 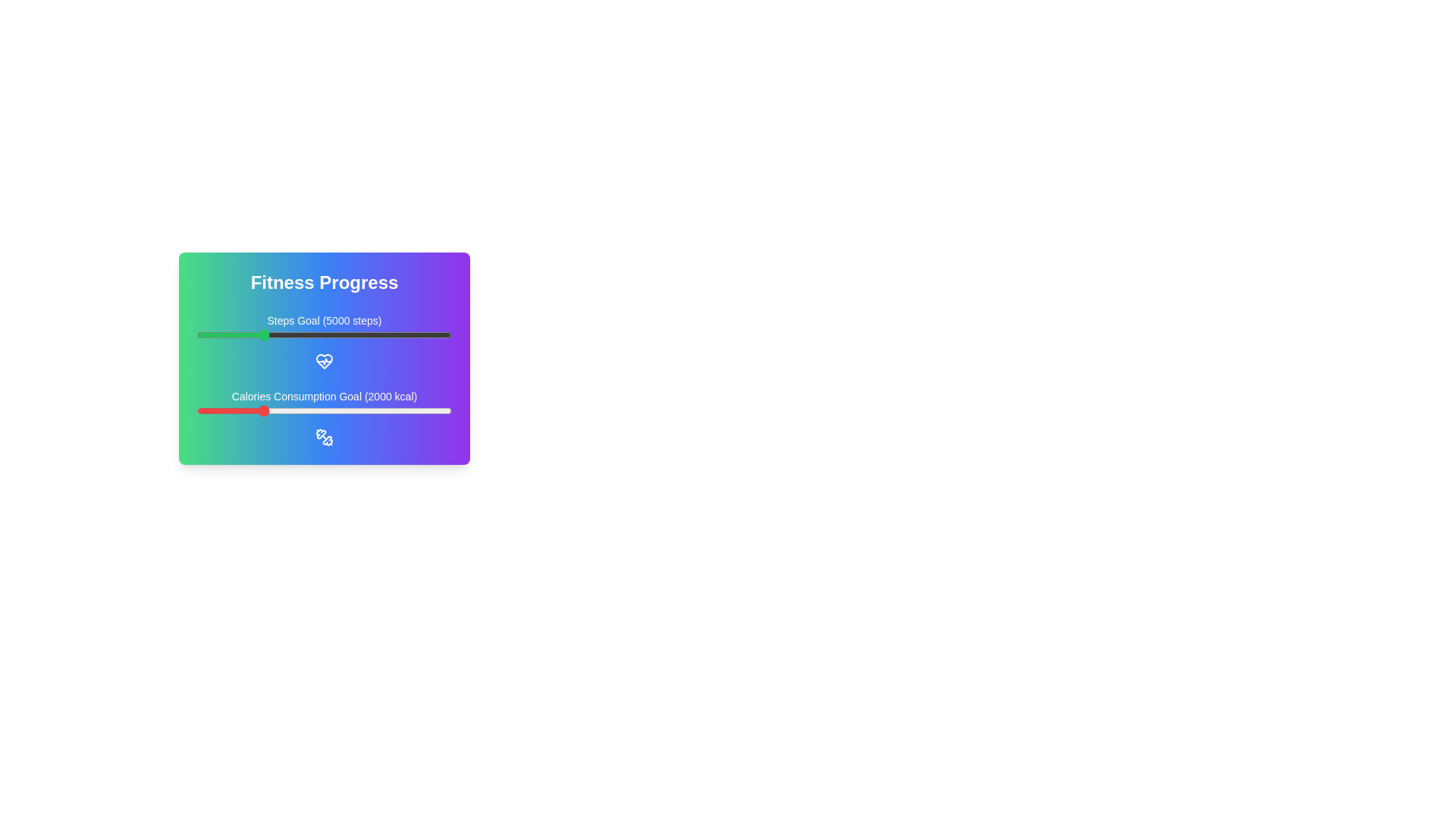 What do you see at coordinates (218, 334) in the screenshot?
I see `the steps goal` at bounding box center [218, 334].